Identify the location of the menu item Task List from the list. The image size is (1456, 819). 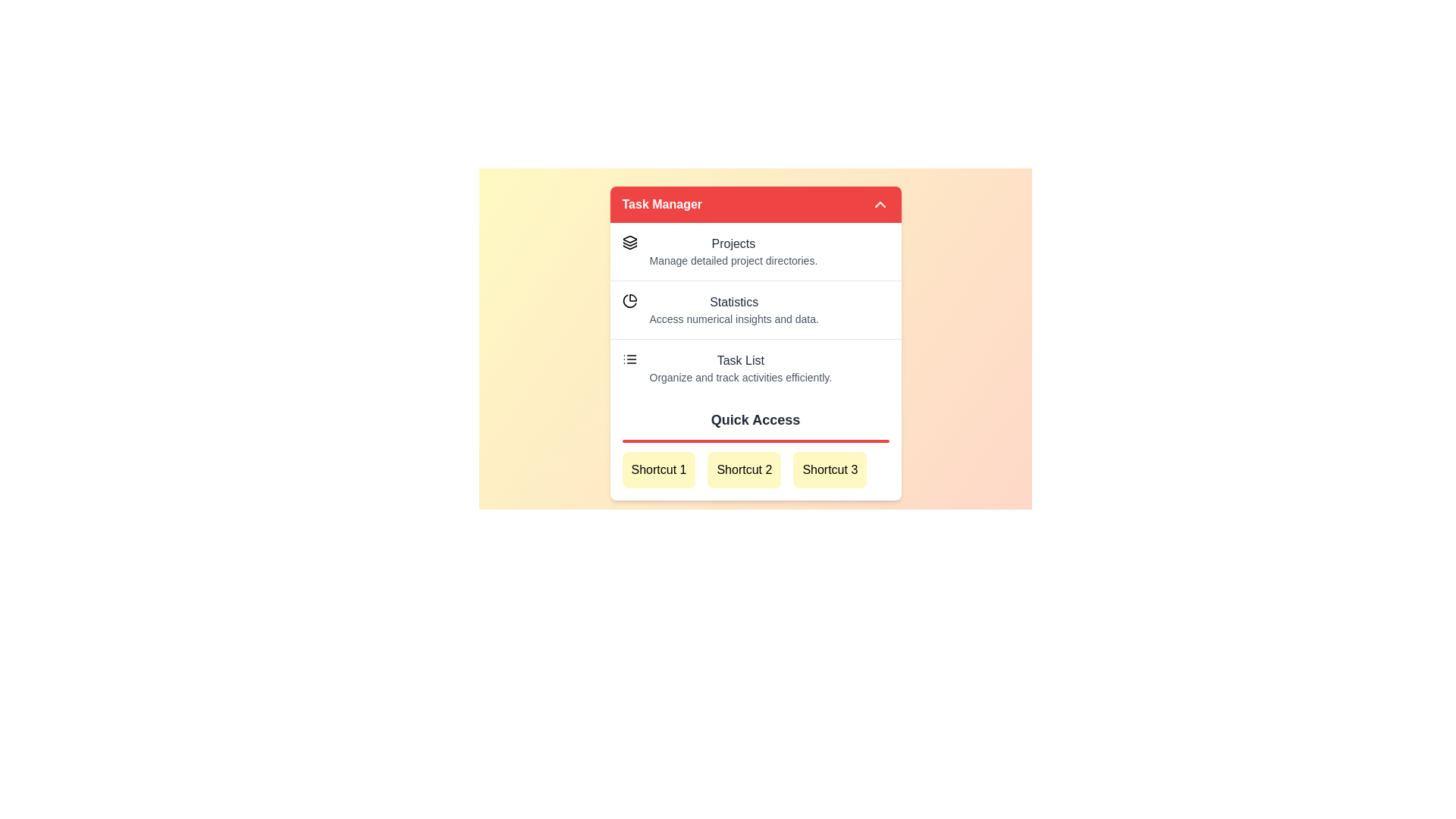
(755, 368).